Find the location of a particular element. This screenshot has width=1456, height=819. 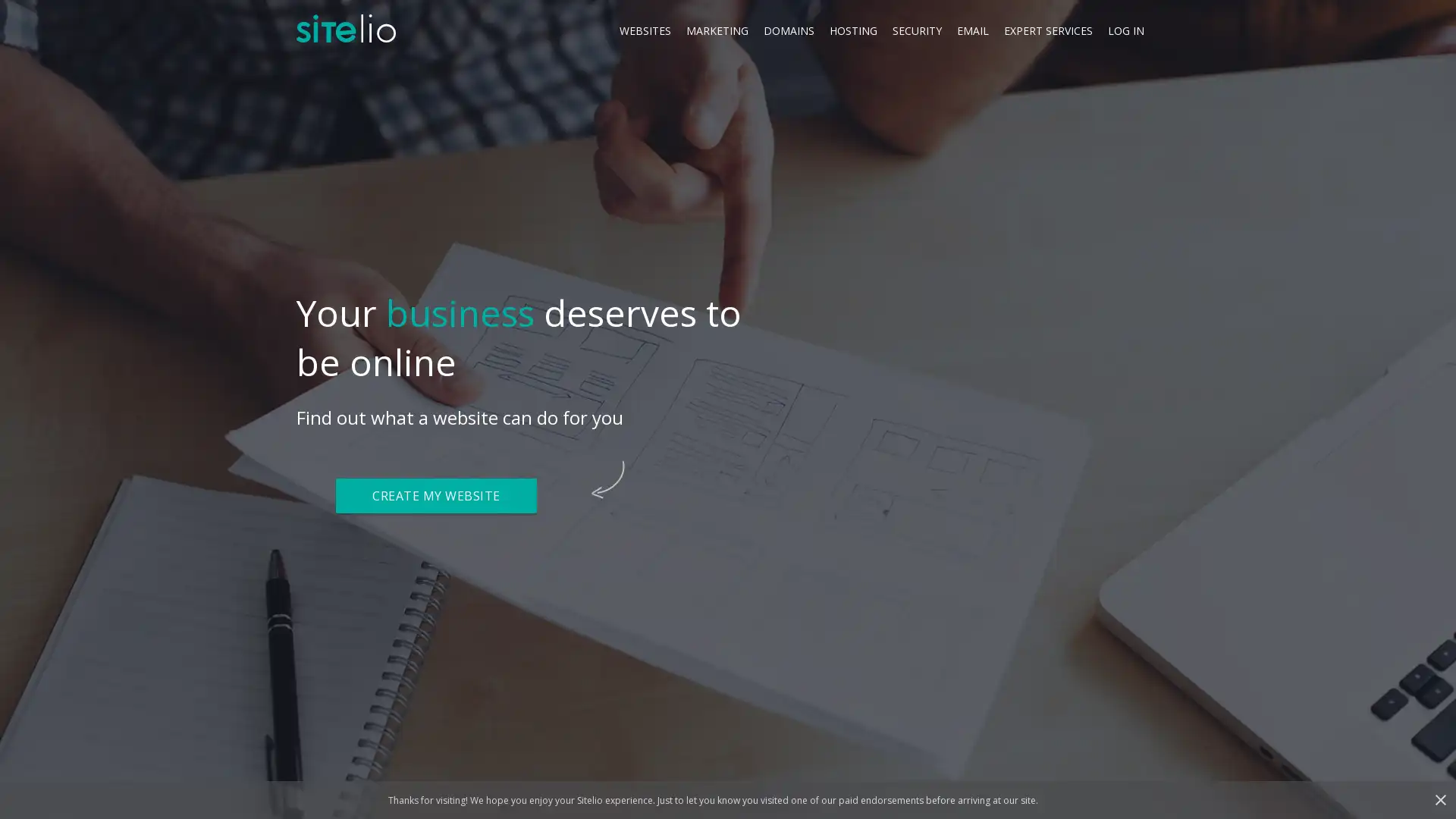

Cookies Settings is located at coordinates (154, 760).